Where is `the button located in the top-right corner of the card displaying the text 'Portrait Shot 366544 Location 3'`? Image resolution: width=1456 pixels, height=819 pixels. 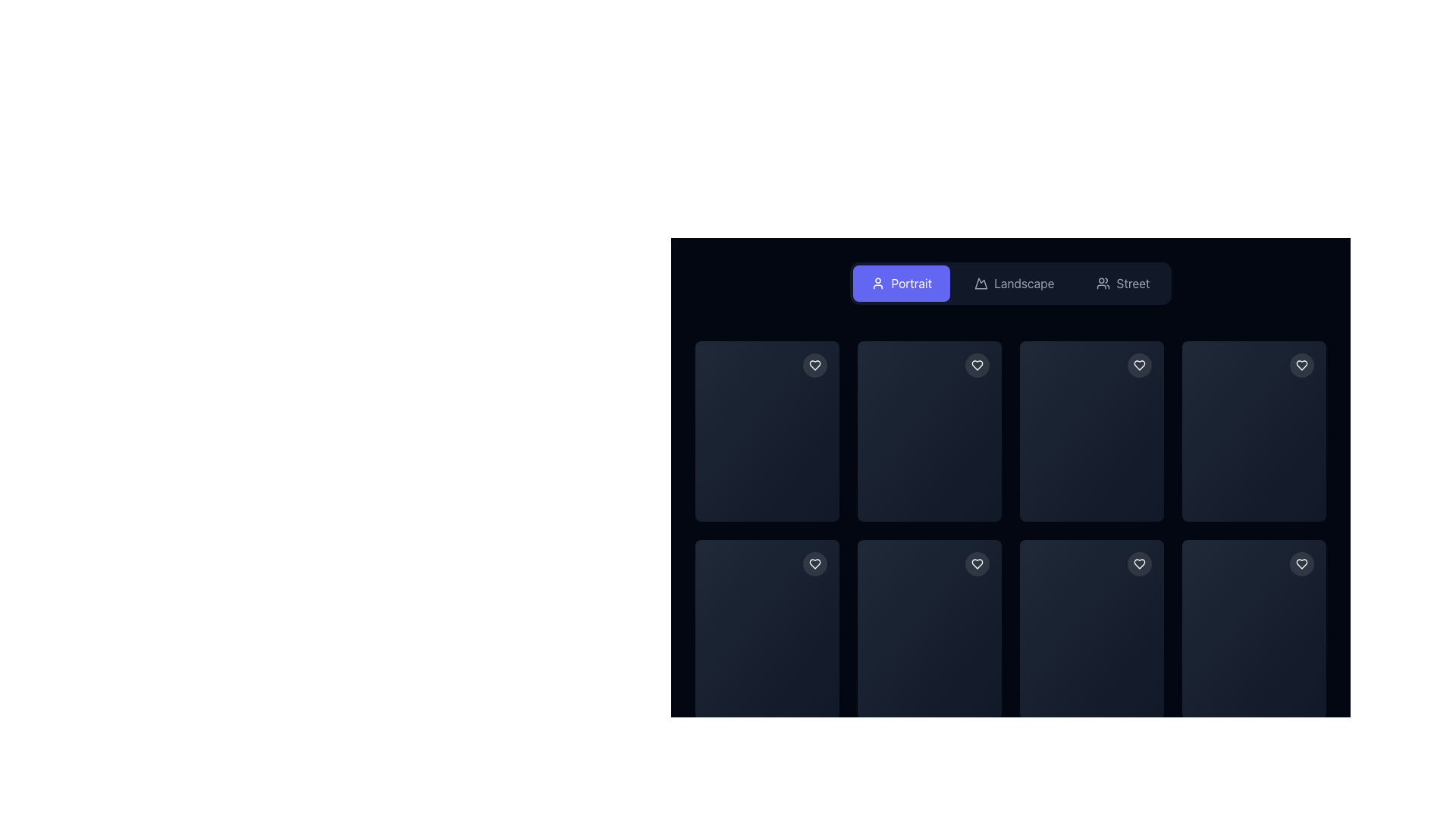
the button located in the top-right corner of the card displaying the text 'Portrait Shot 366544 Location 3' is located at coordinates (1139, 366).